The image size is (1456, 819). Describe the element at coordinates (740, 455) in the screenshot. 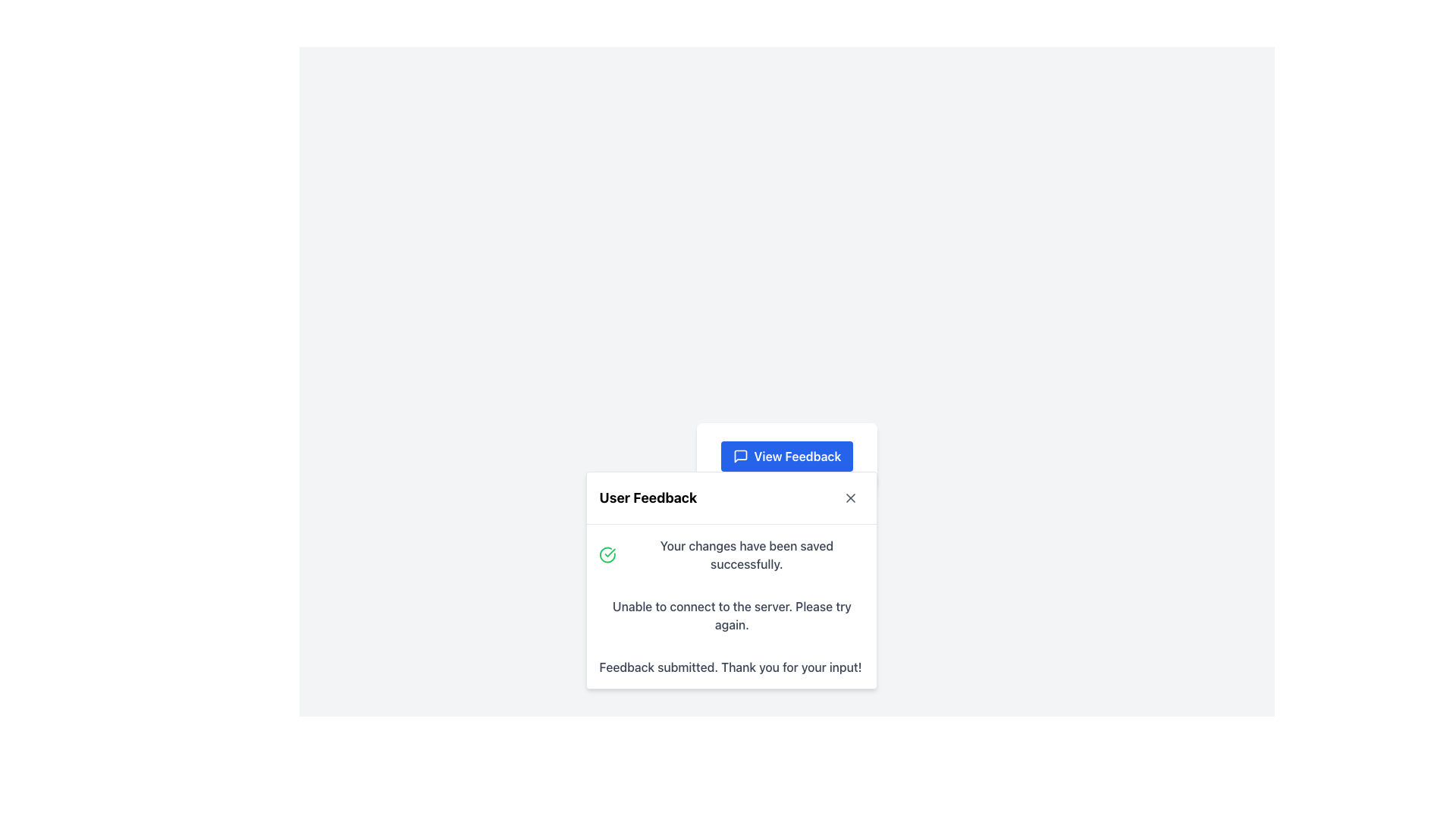

I see `the icon that visually represents the action 'View Feedback', located to the left side of the 'View Feedback' text on a blue background in the feedback dialog box` at that location.